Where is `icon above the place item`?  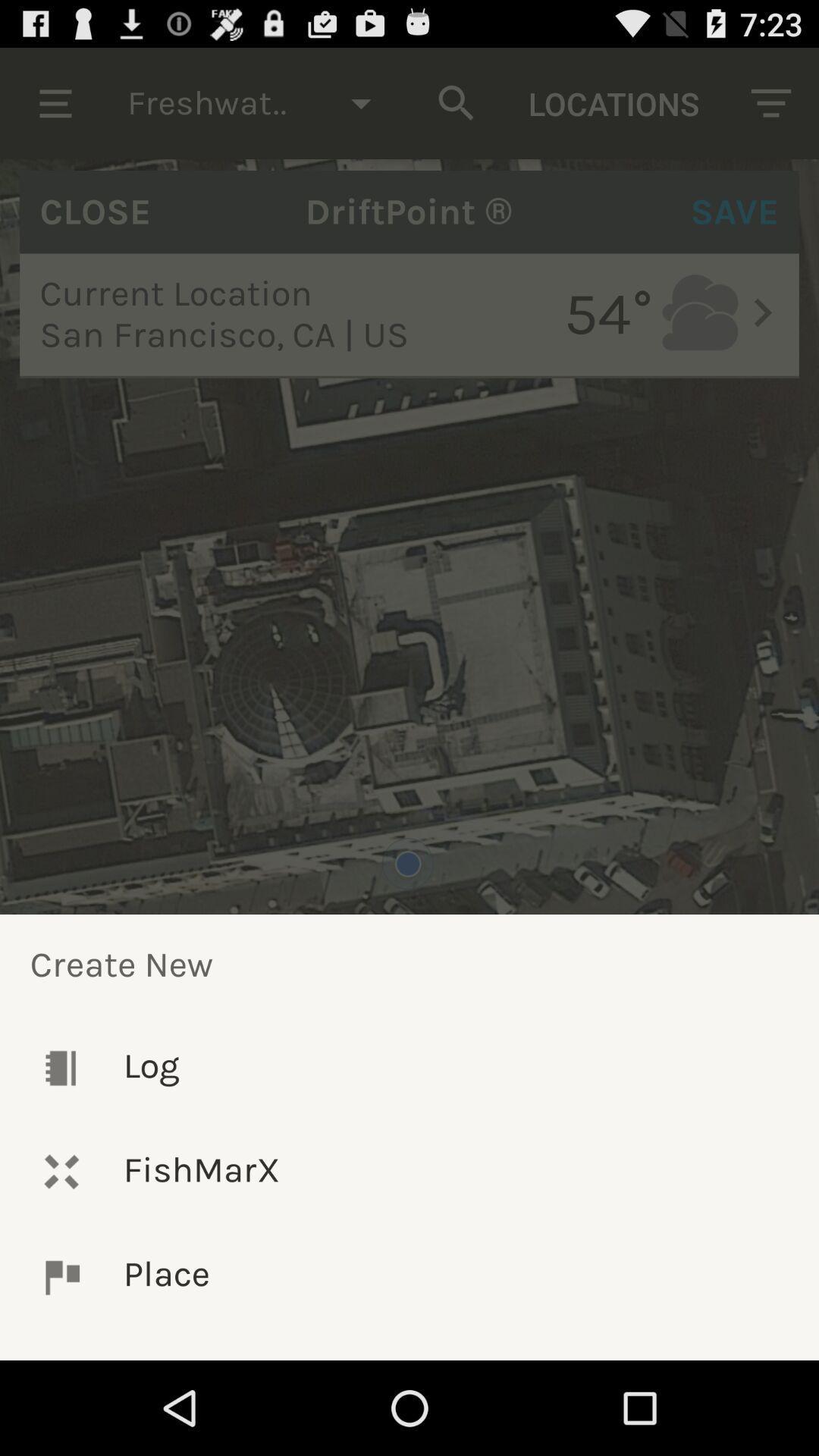 icon above the place item is located at coordinates (409, 1171).